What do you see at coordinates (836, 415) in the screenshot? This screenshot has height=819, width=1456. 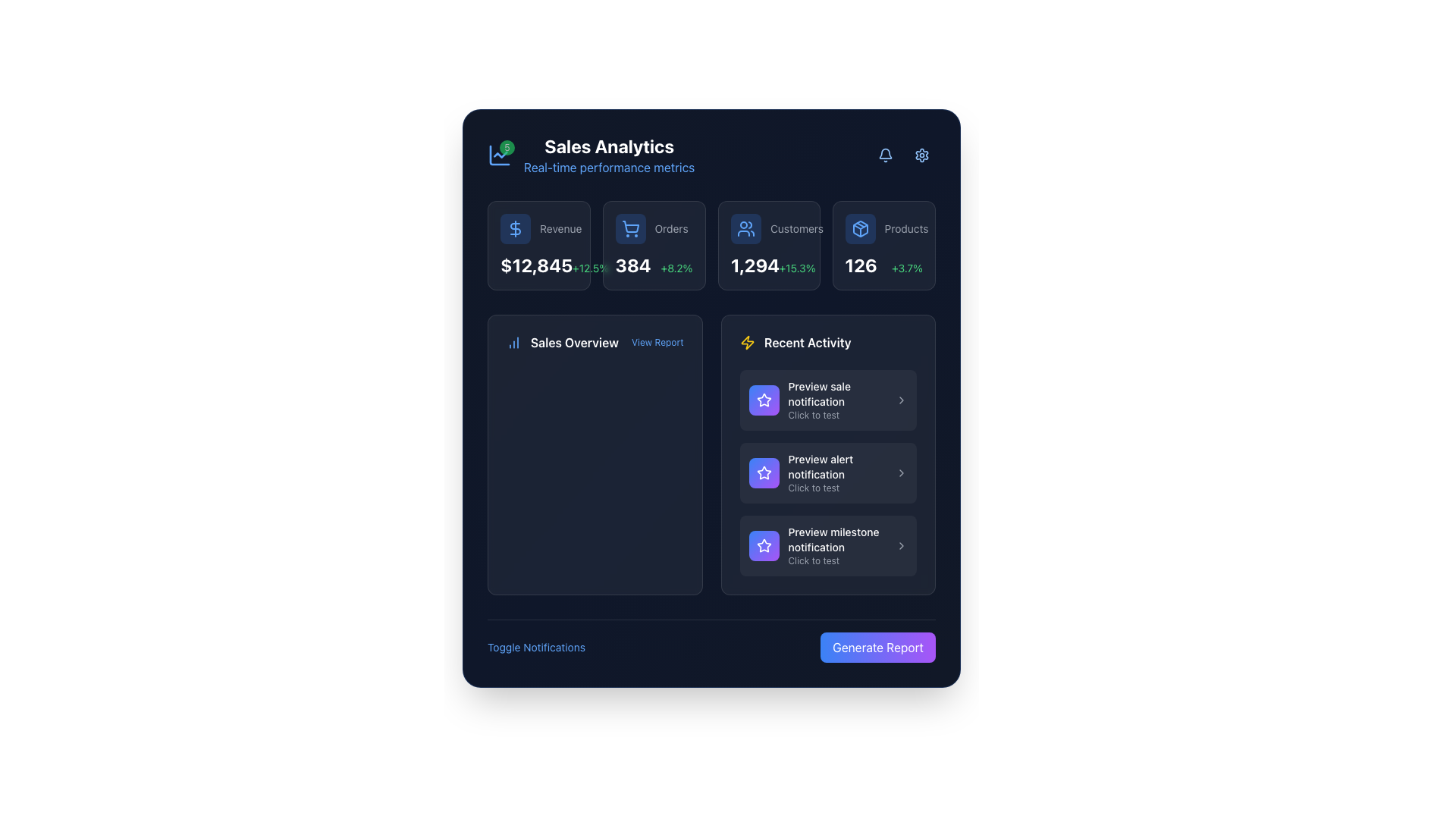 I see `the text label providing supplemental information for the 'Preview sale notification' entry located in the 'Recent Activity' section` at bounding box center [836, 415].